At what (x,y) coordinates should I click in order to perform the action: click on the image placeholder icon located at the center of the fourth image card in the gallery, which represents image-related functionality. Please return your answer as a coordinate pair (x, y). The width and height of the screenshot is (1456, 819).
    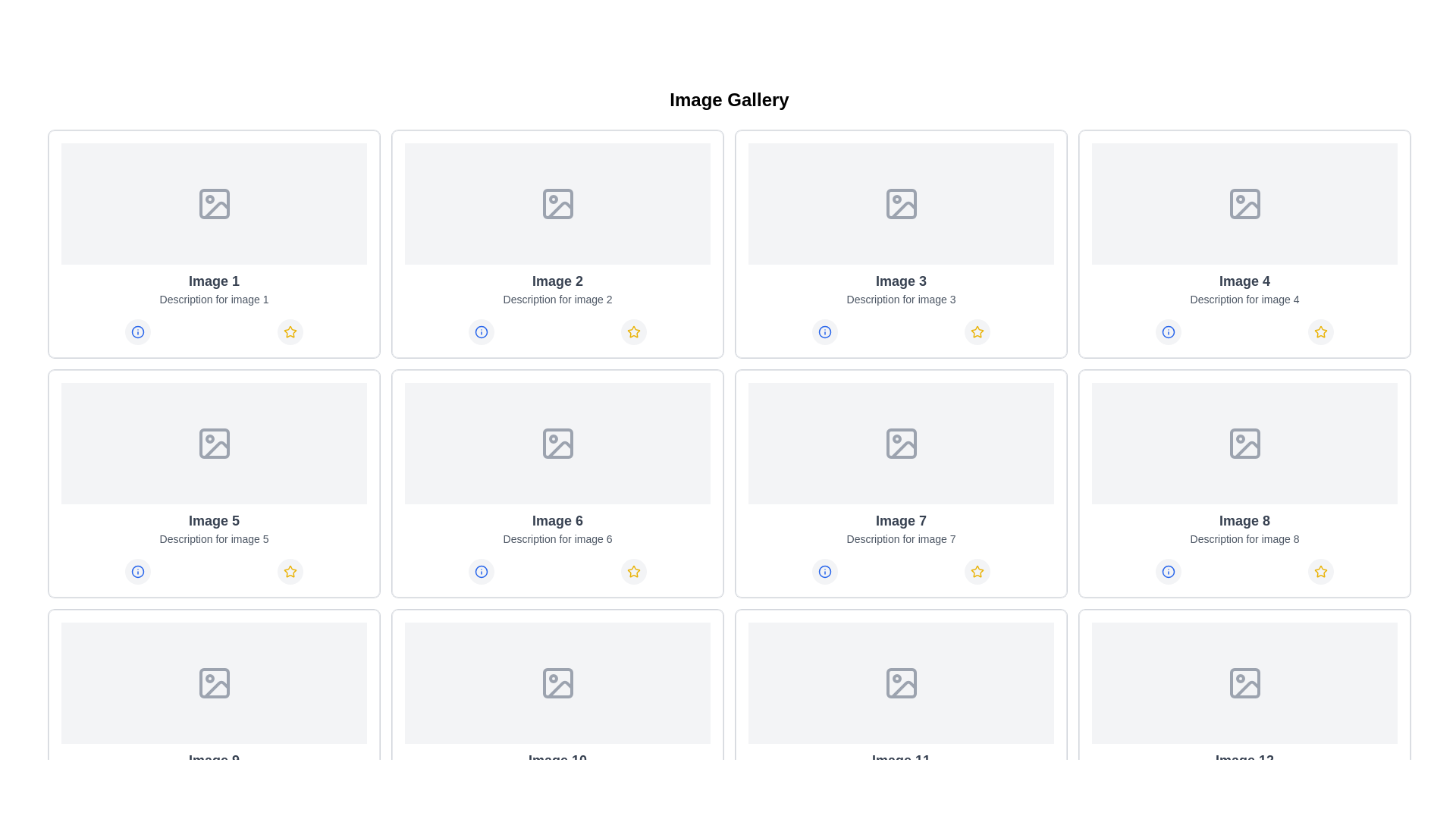
    Looking at the image, I should click on (1244, 203).